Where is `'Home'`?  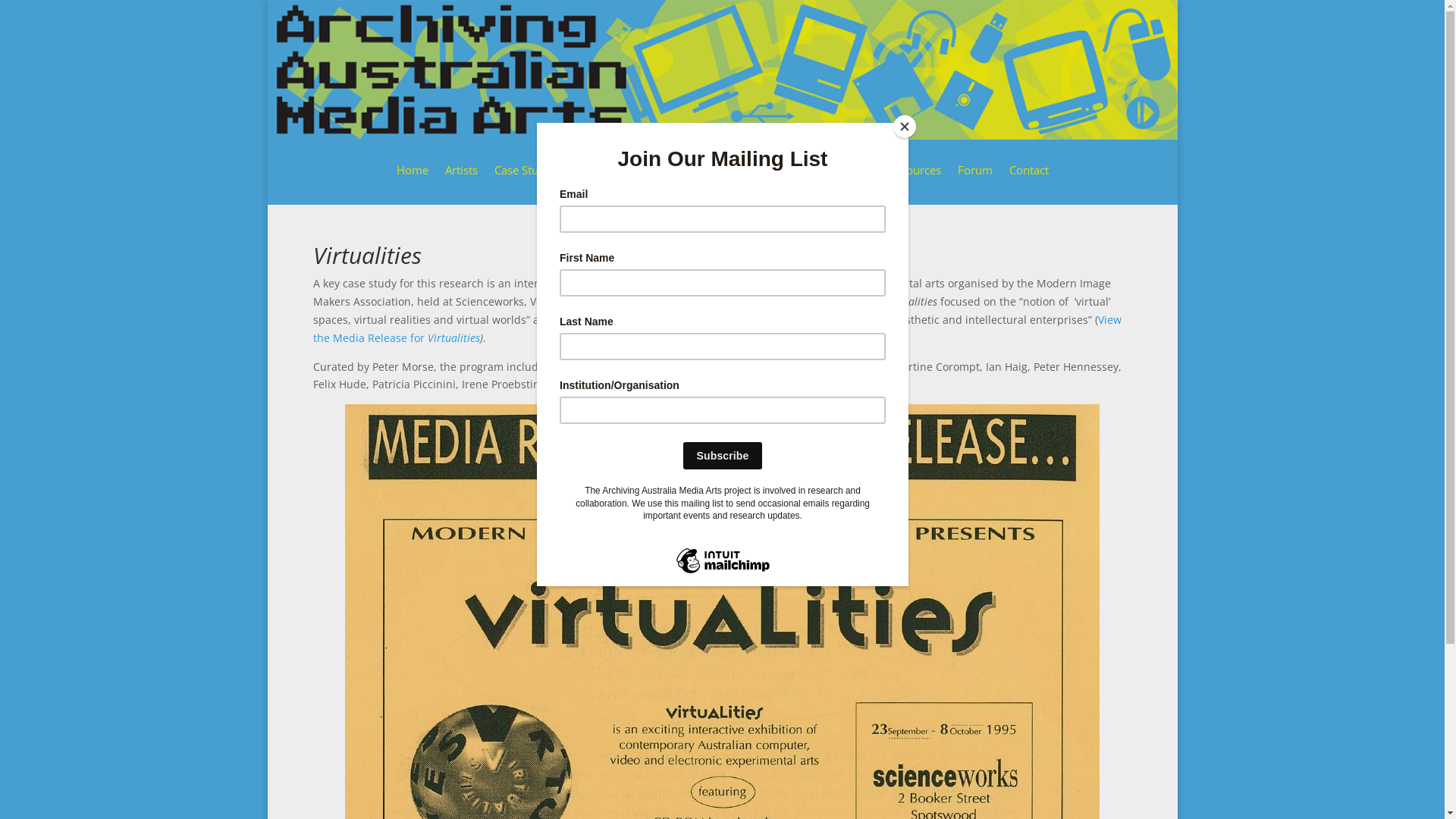
'Home' is located at coordinates (411, 180).